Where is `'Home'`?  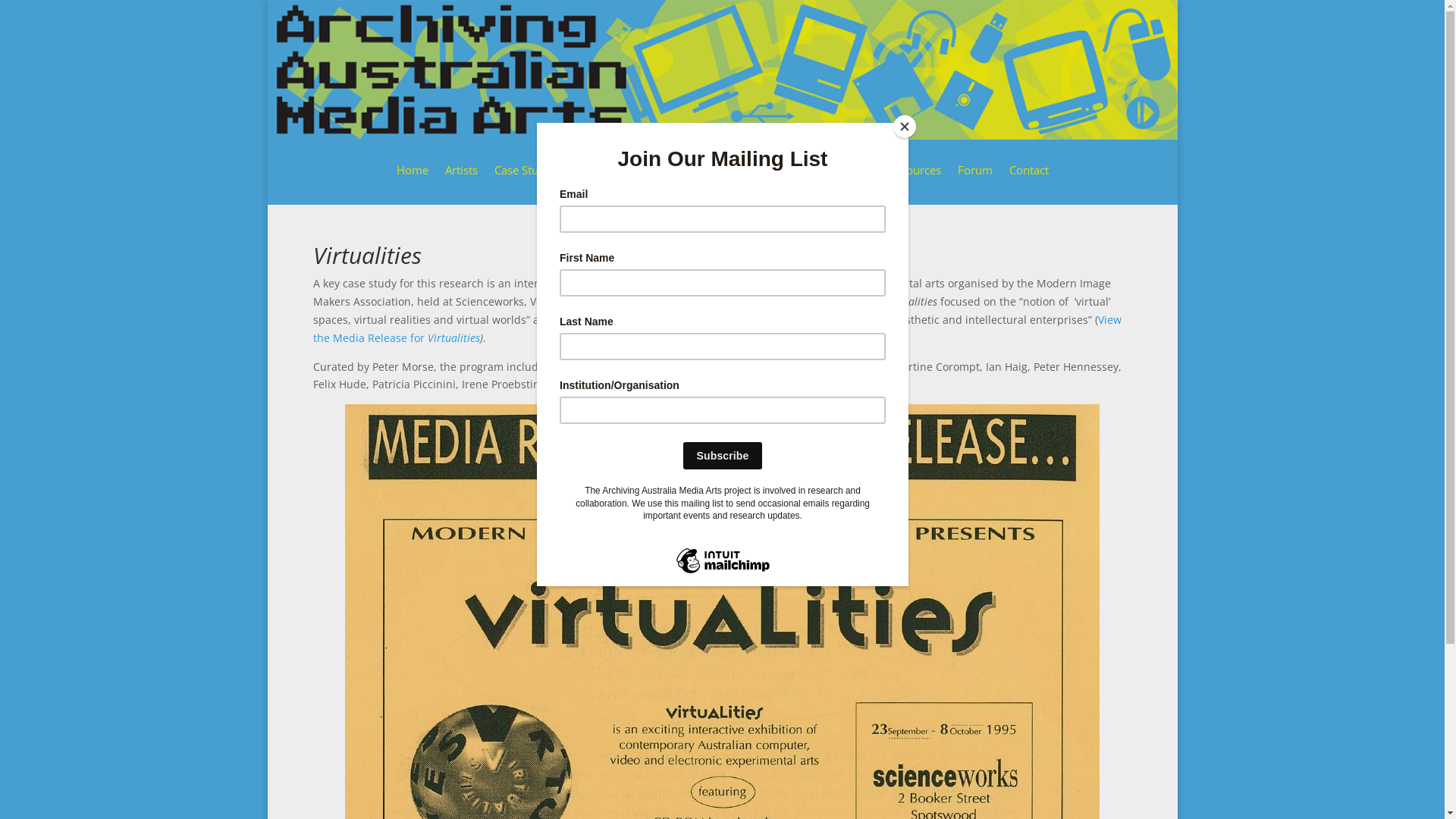
'Home' is located at coordinates (411, 180).